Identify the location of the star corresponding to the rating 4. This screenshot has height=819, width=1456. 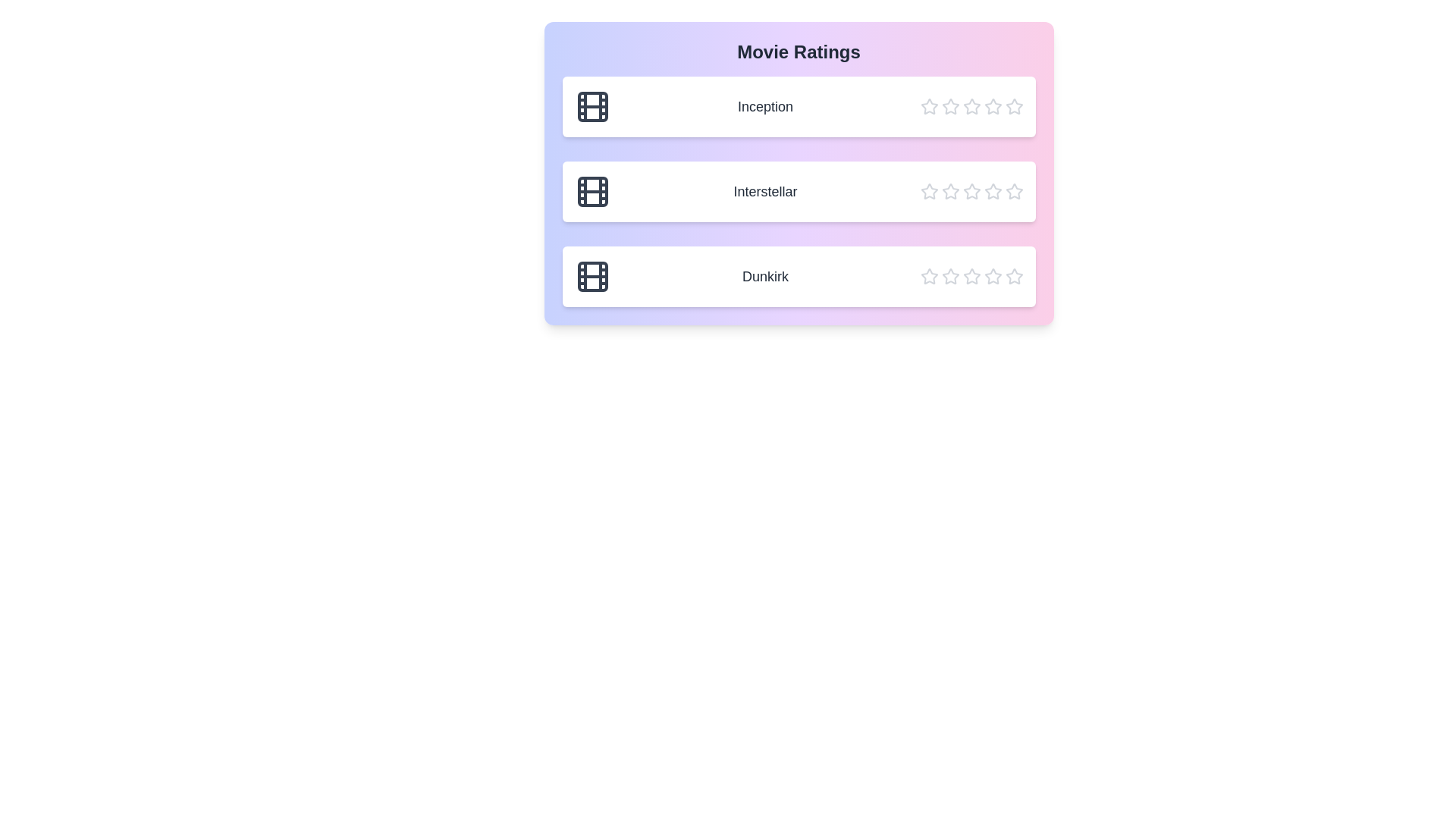
(993, 106).